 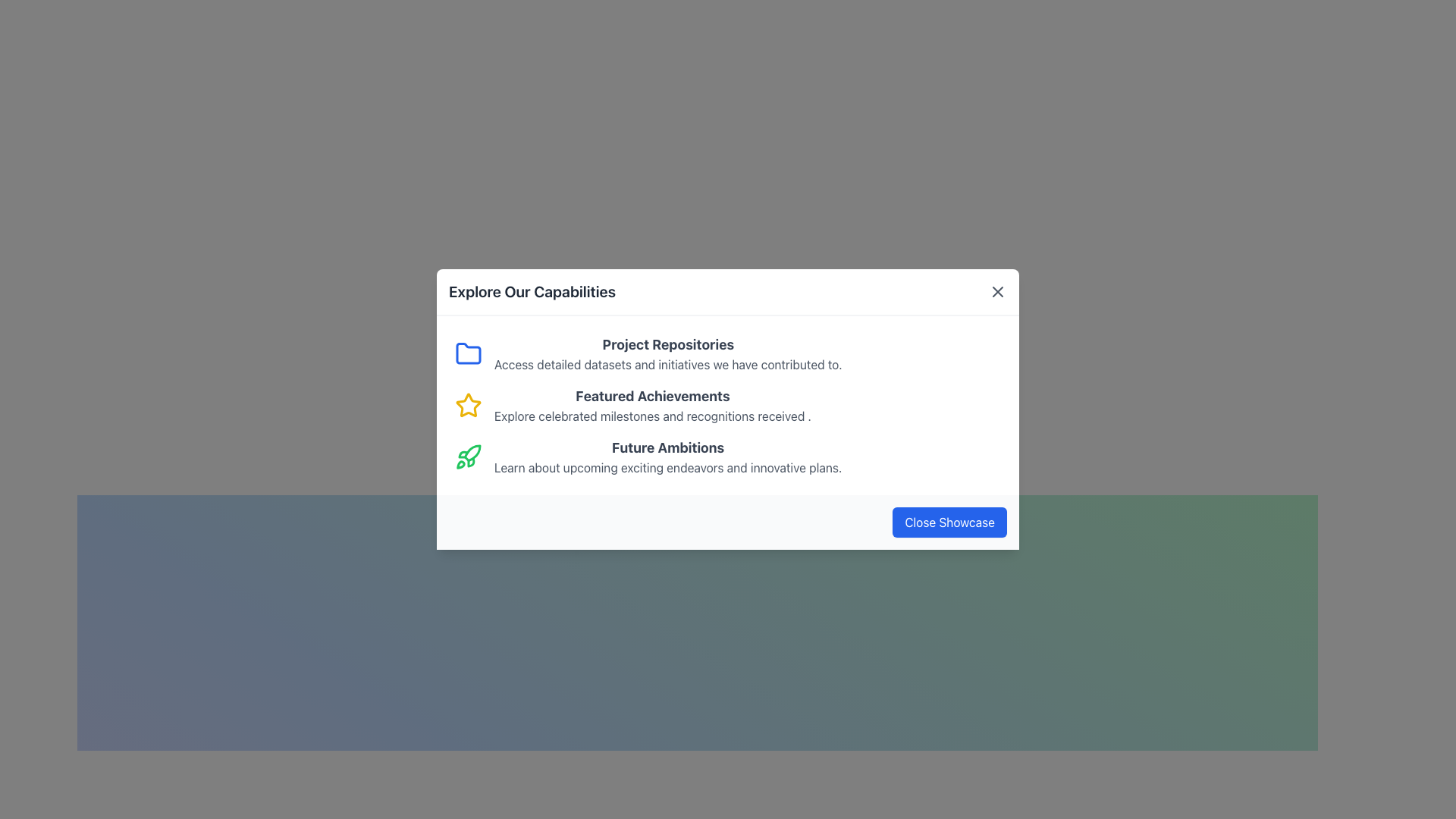 I want to click on the first list item featuring a blue folder icon and the text 'Project Repositories', so click(x=728, y=353).